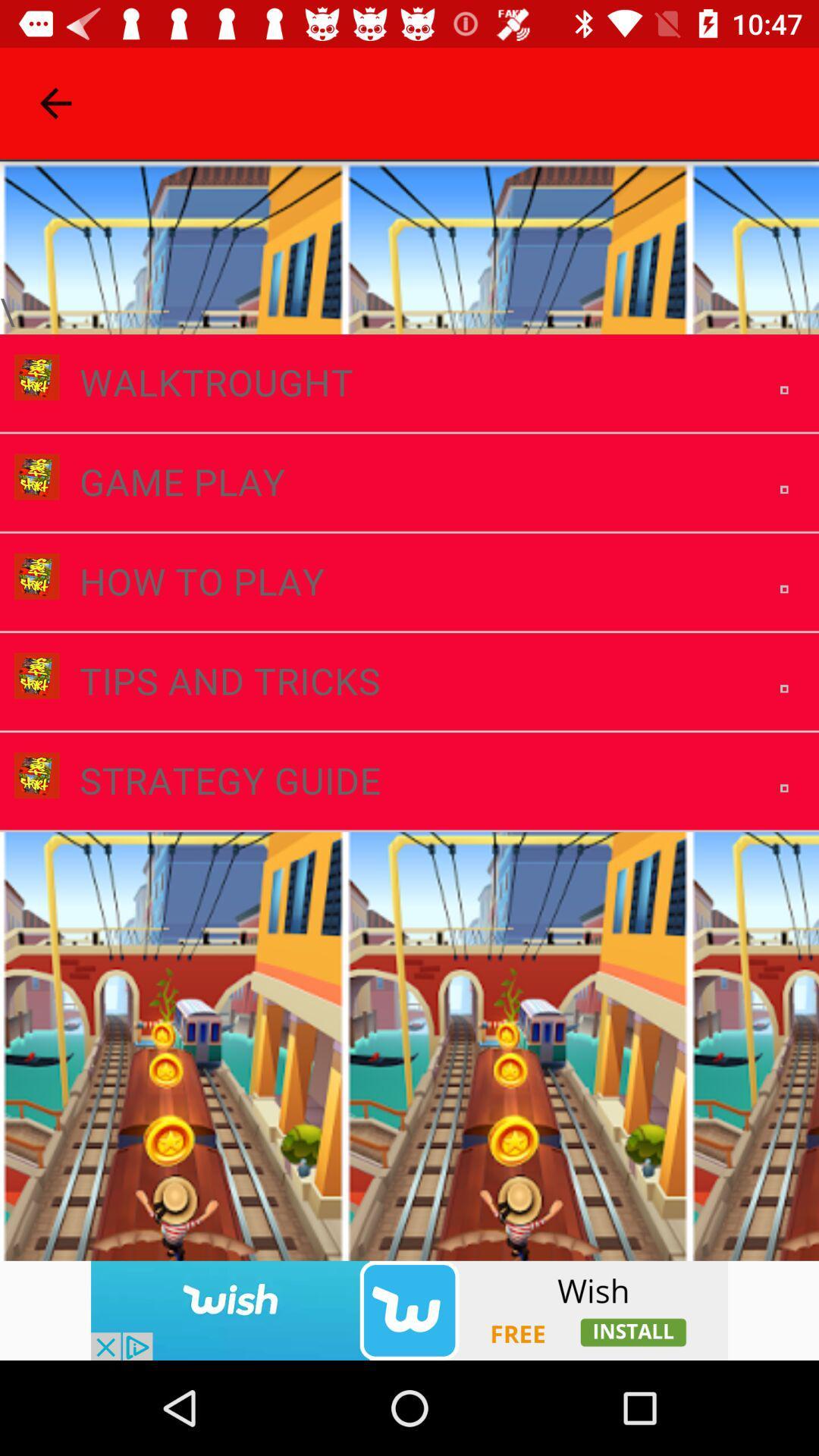  Describe the element at coordinates (409, 1310) in the screenshot. I see `advertisement` at that location.